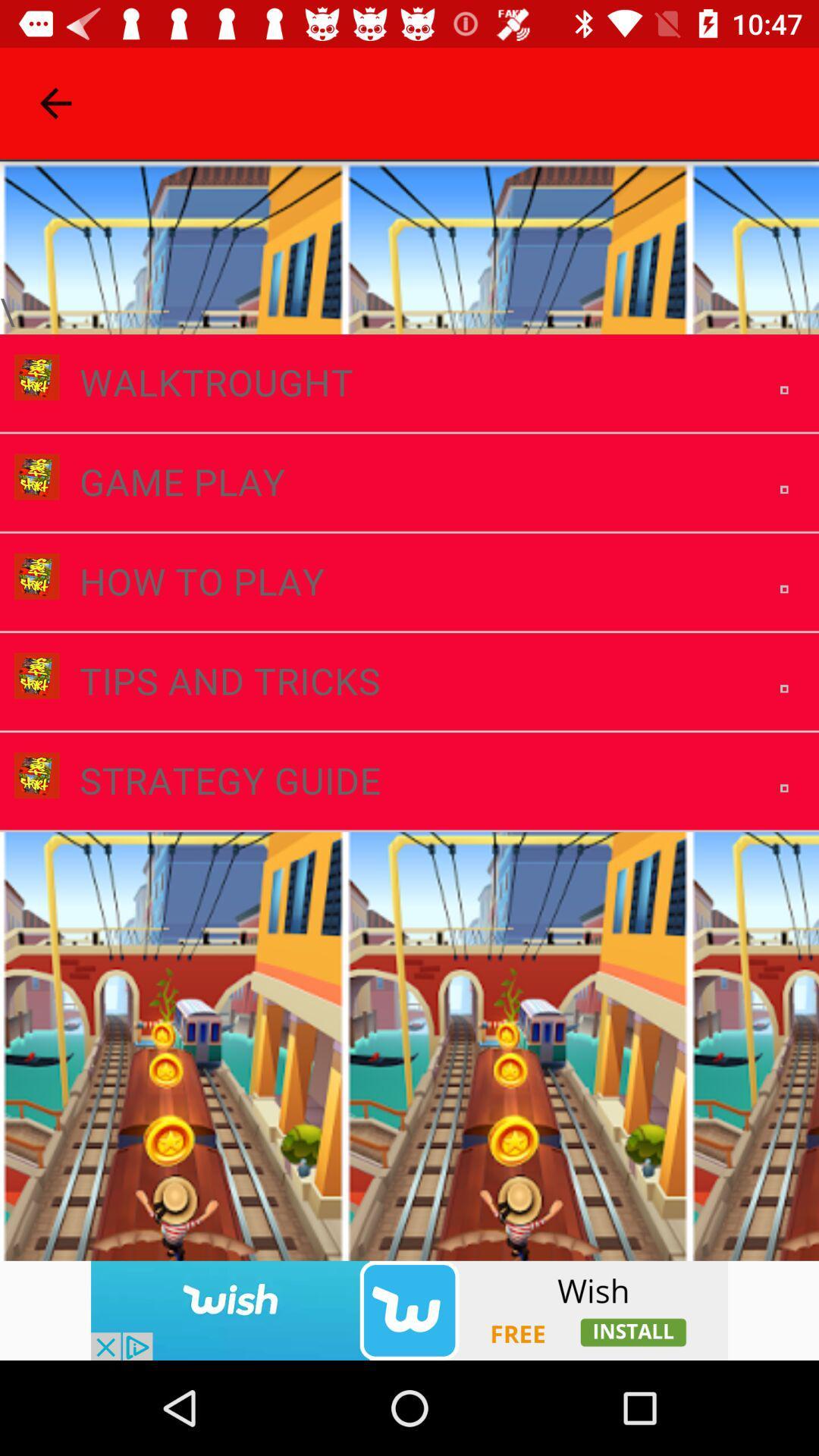  Describe the element at coordinates (409, 1310) in the screenshot. I see `advertisement` at that location.